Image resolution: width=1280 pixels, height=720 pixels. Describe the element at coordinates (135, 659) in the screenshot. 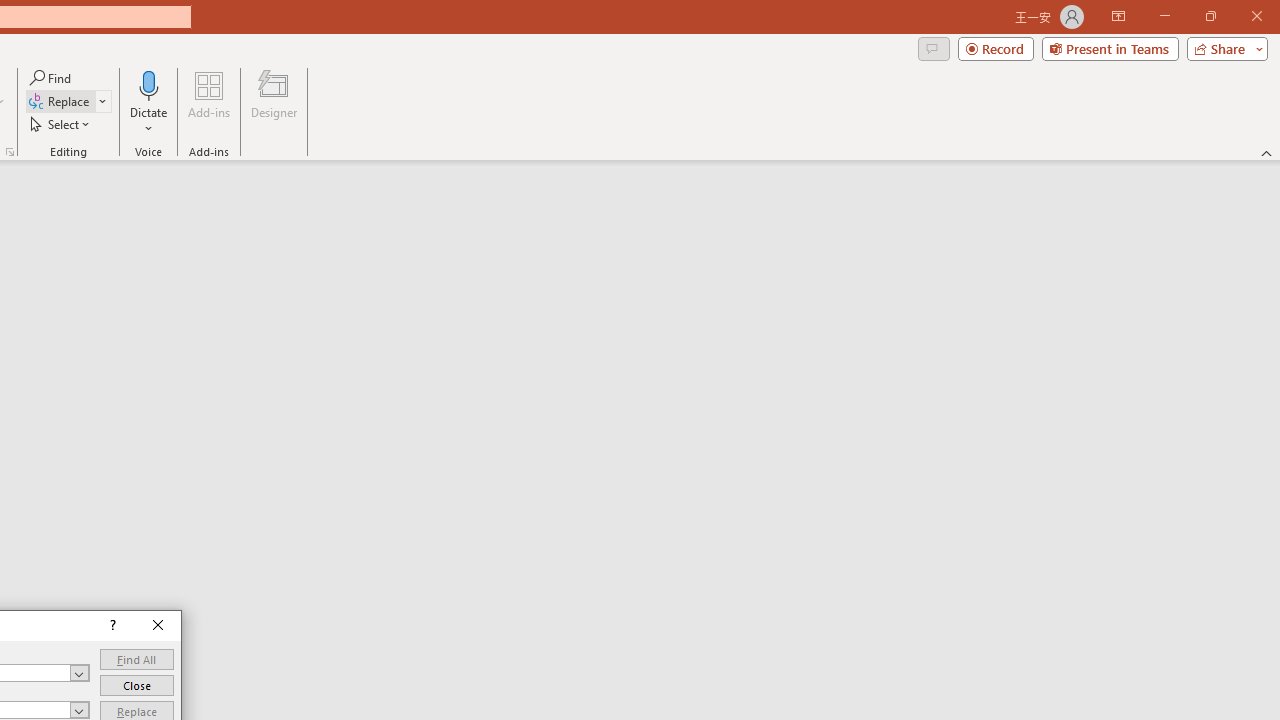

I see `'Find All'` at that location.